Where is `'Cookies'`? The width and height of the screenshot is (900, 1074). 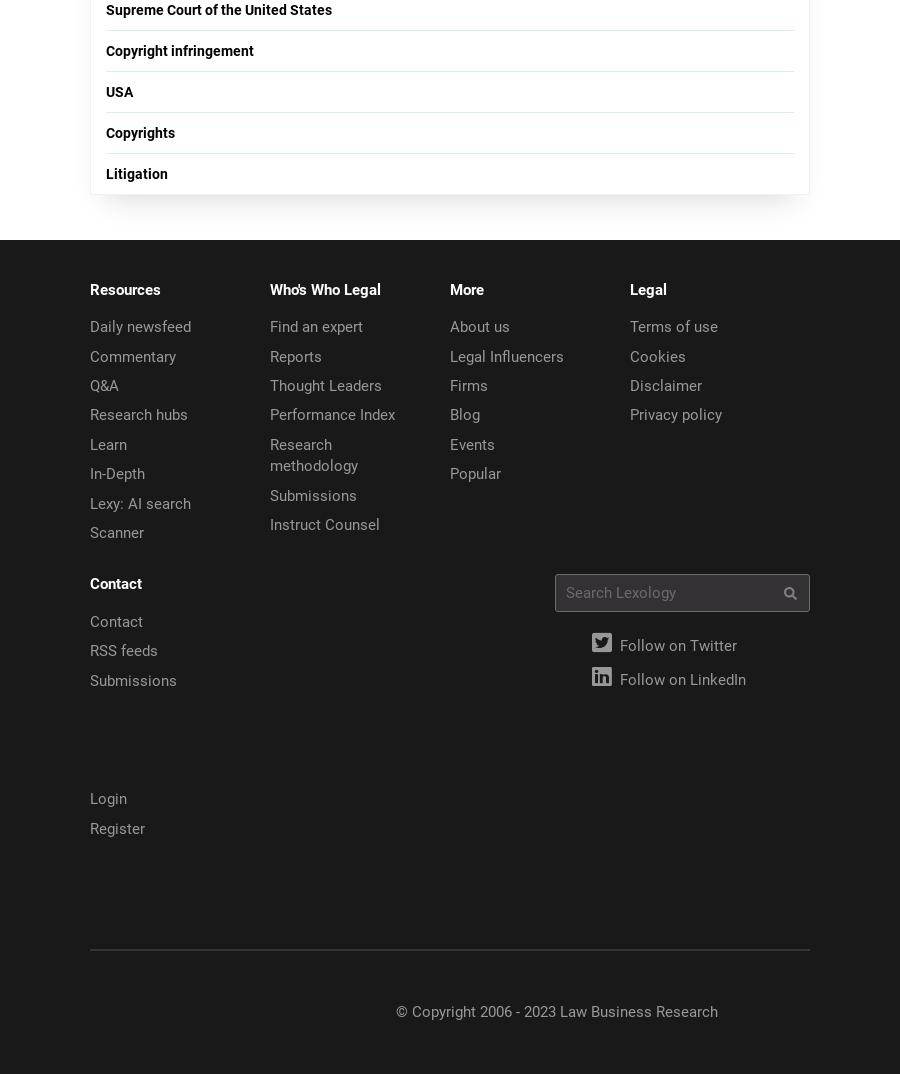
'Cookies' is located at coordinates (657, 355).